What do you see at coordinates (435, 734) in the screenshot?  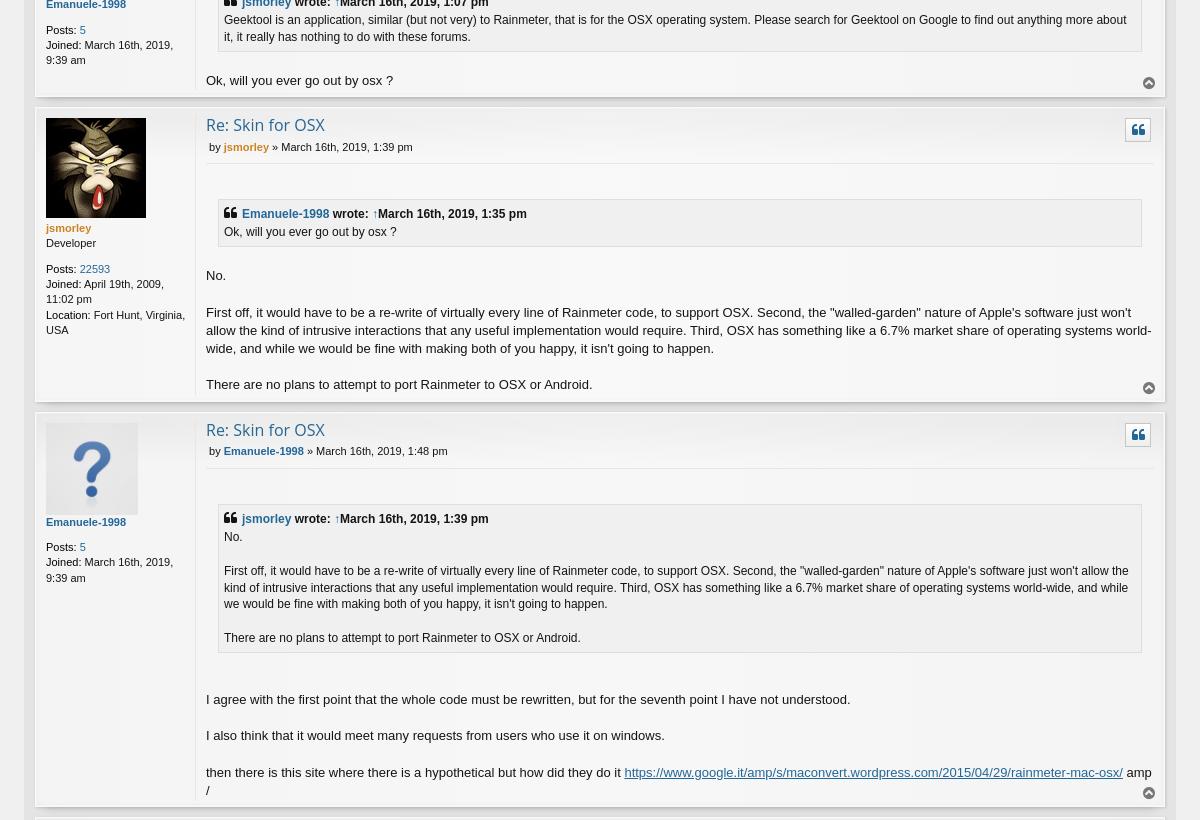 I see `'I also think that it would meet many requests from users who use it on windows.'` at bounding box center [435, 734].